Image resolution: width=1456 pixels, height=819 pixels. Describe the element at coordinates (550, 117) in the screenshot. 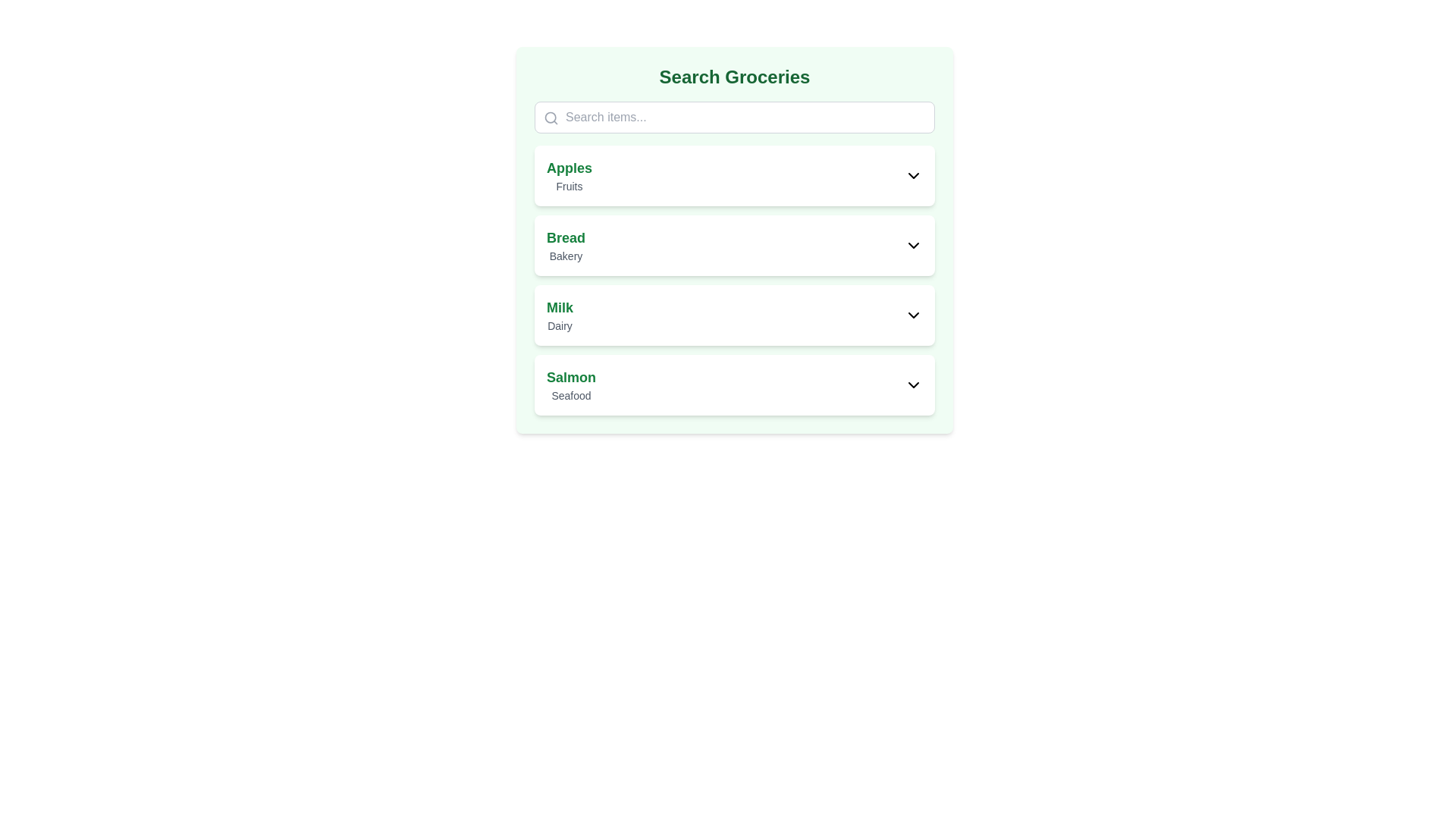

I see `the search icon located at the top left of the search bar, which serves as a visual cue for the search functionality` at that location.